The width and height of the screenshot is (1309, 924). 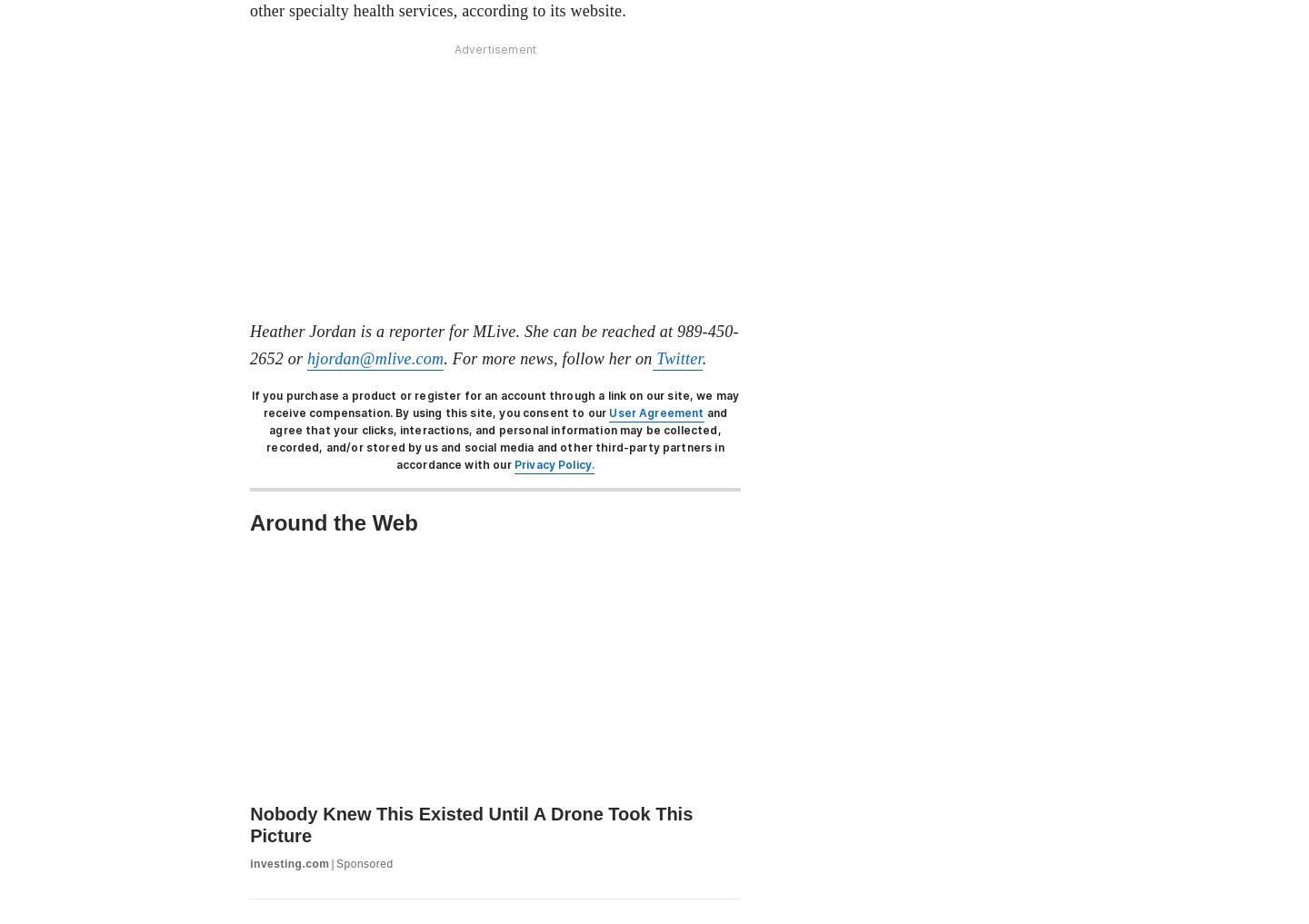 What do you see at coordinates (553, 464) in the screenshot?
I see `'Privacy Policy.'` at bounding box center [553, 464].